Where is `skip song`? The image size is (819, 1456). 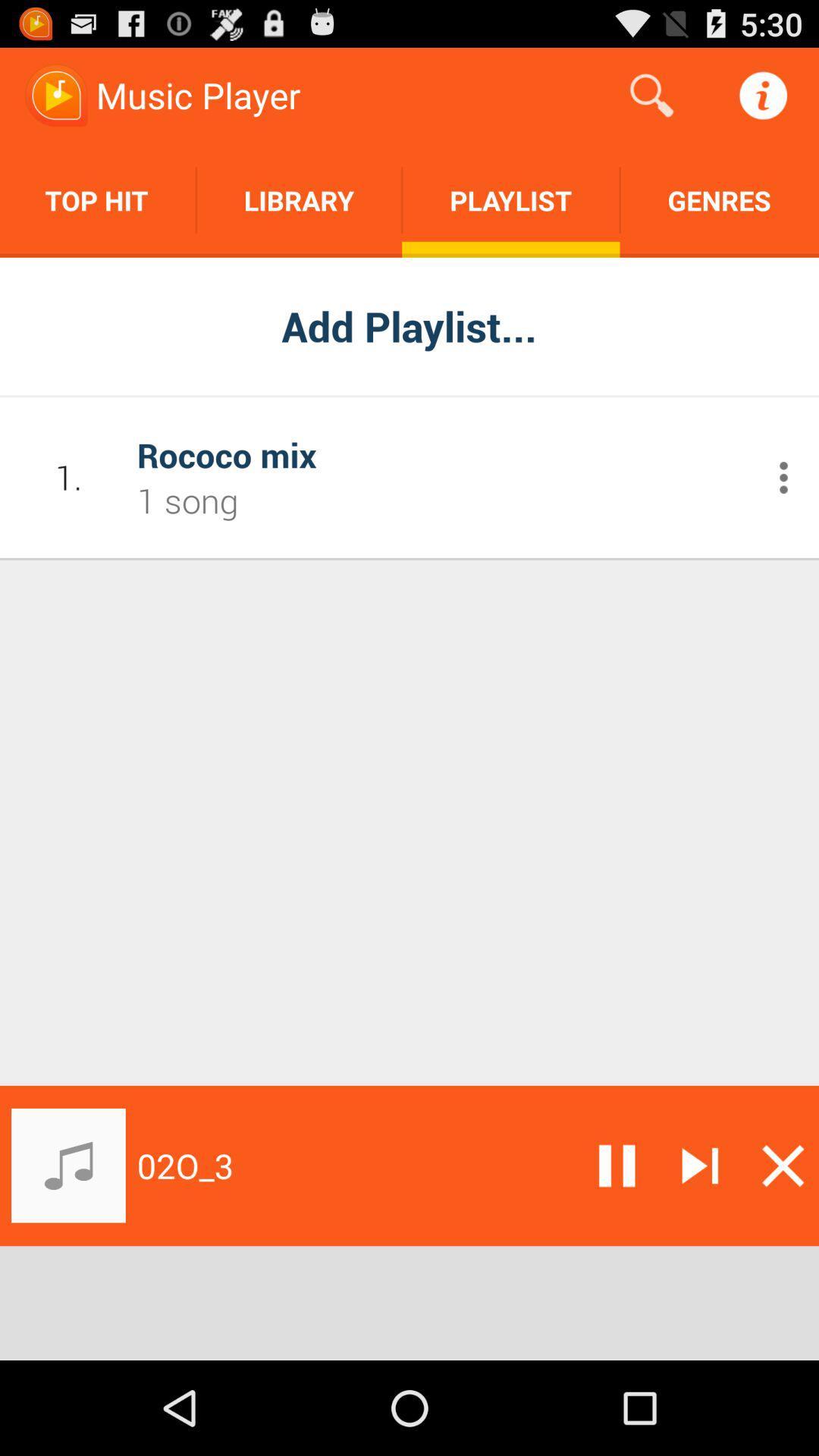
skip song is located at coordinates (700, 1165).